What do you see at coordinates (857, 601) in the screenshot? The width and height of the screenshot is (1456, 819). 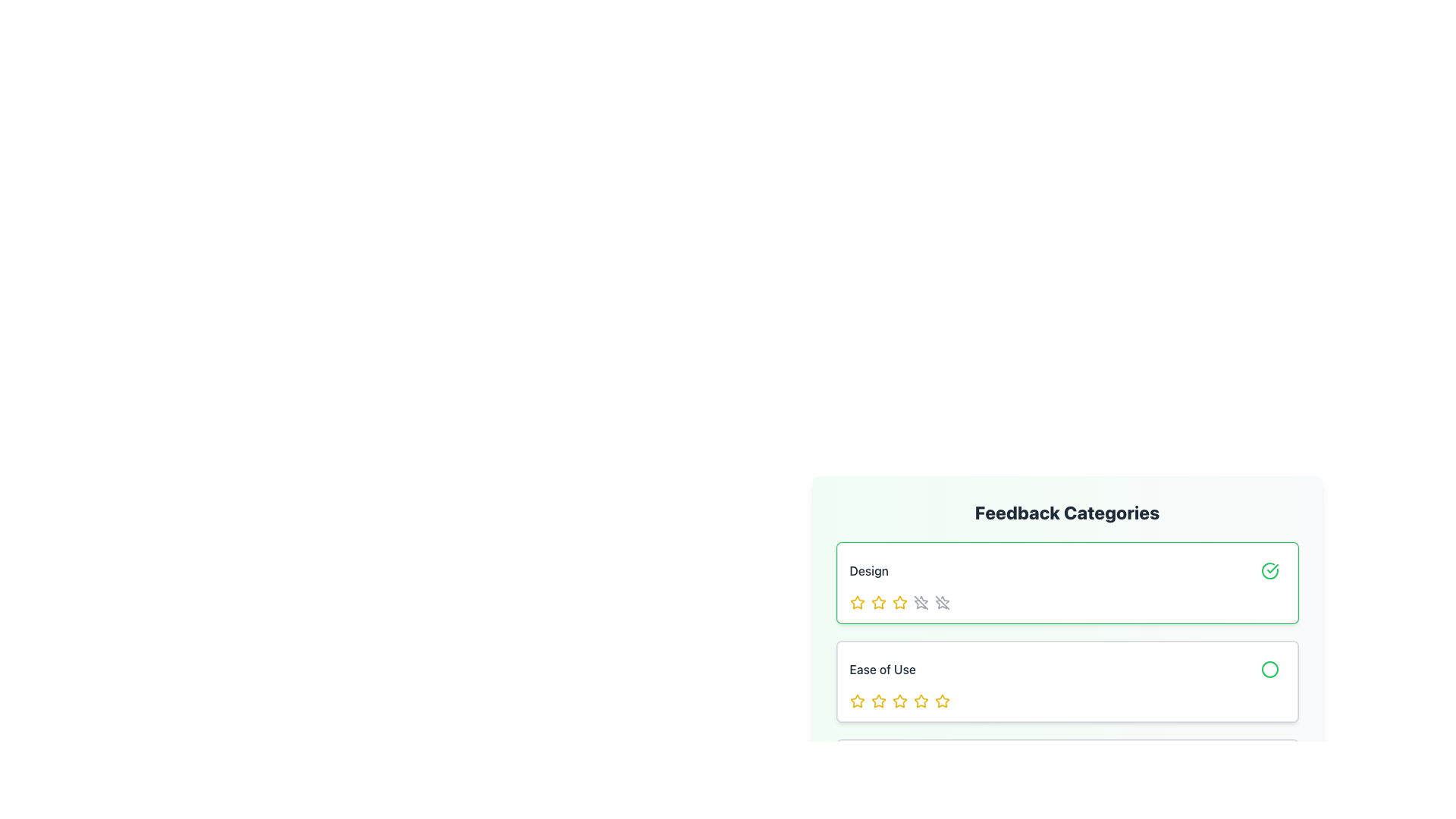 I see `the yellow star-shaped rating icon associated with the 'Design' feedback category` at bounding box center [857, 601].